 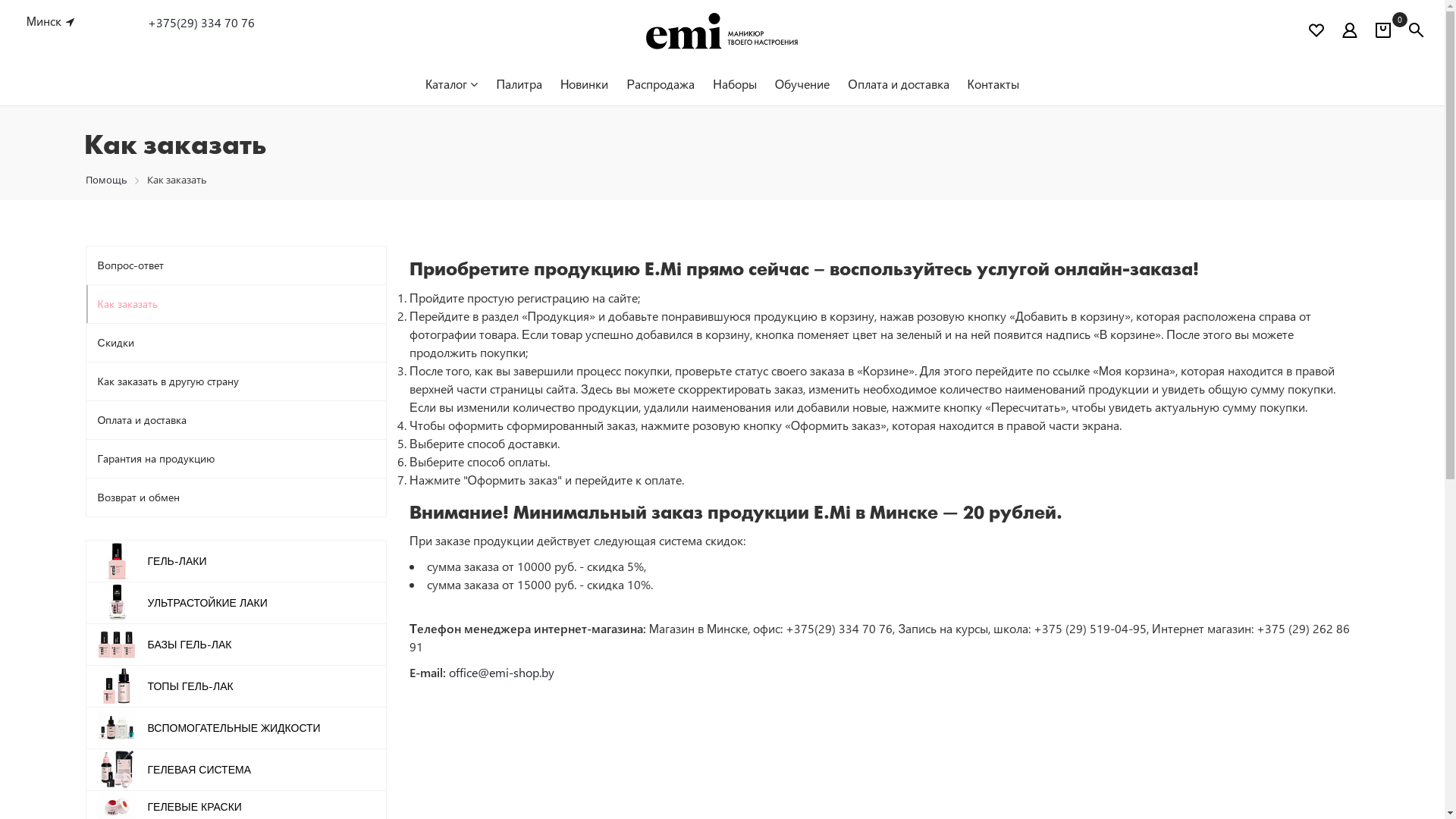 I want to click on '+375(29) 334 70 76', so click(x=148, y=22).